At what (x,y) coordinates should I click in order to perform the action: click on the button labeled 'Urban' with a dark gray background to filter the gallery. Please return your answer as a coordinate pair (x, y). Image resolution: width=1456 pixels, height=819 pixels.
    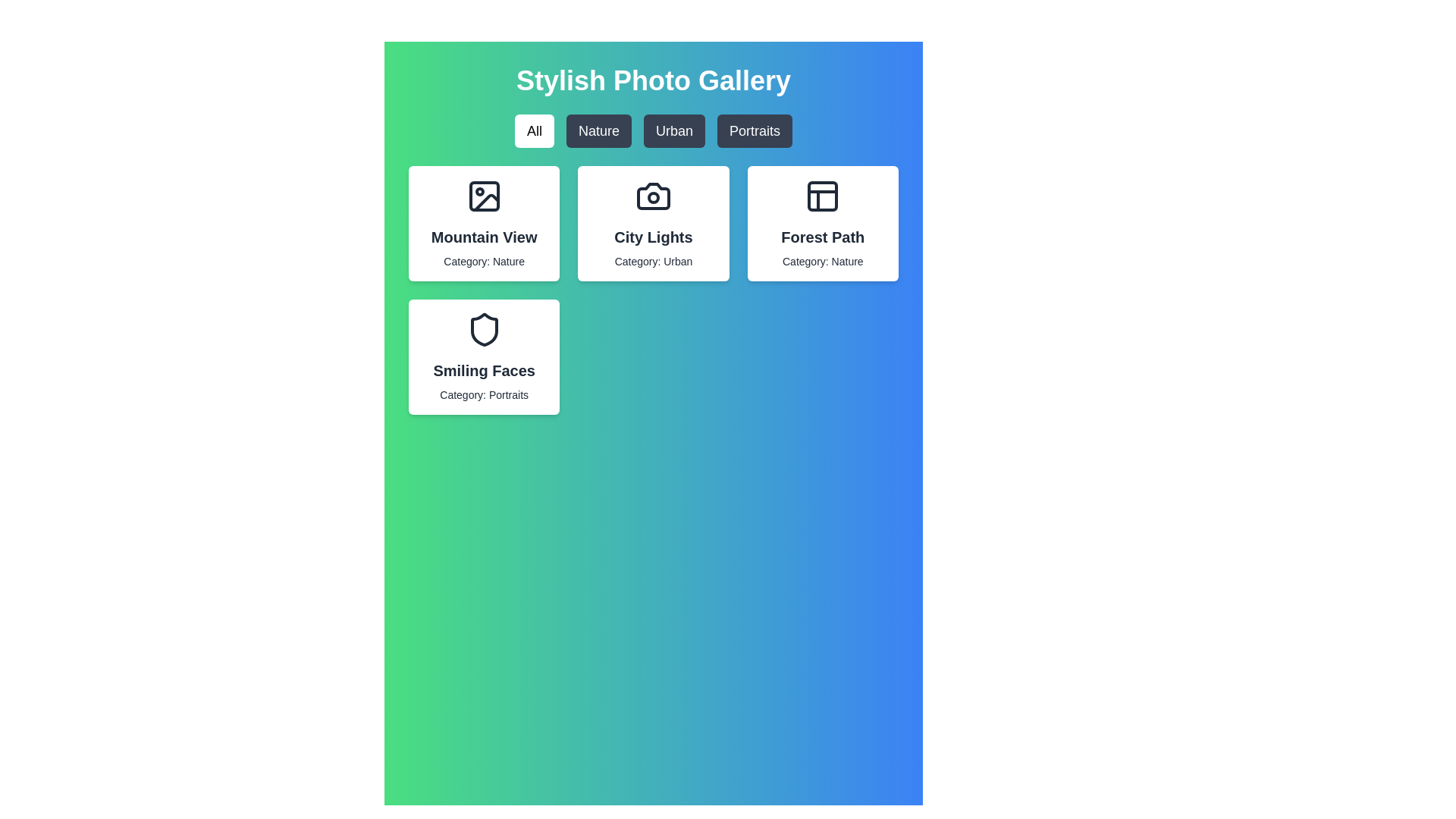
    Looking at the image, I should click on (673, 130).